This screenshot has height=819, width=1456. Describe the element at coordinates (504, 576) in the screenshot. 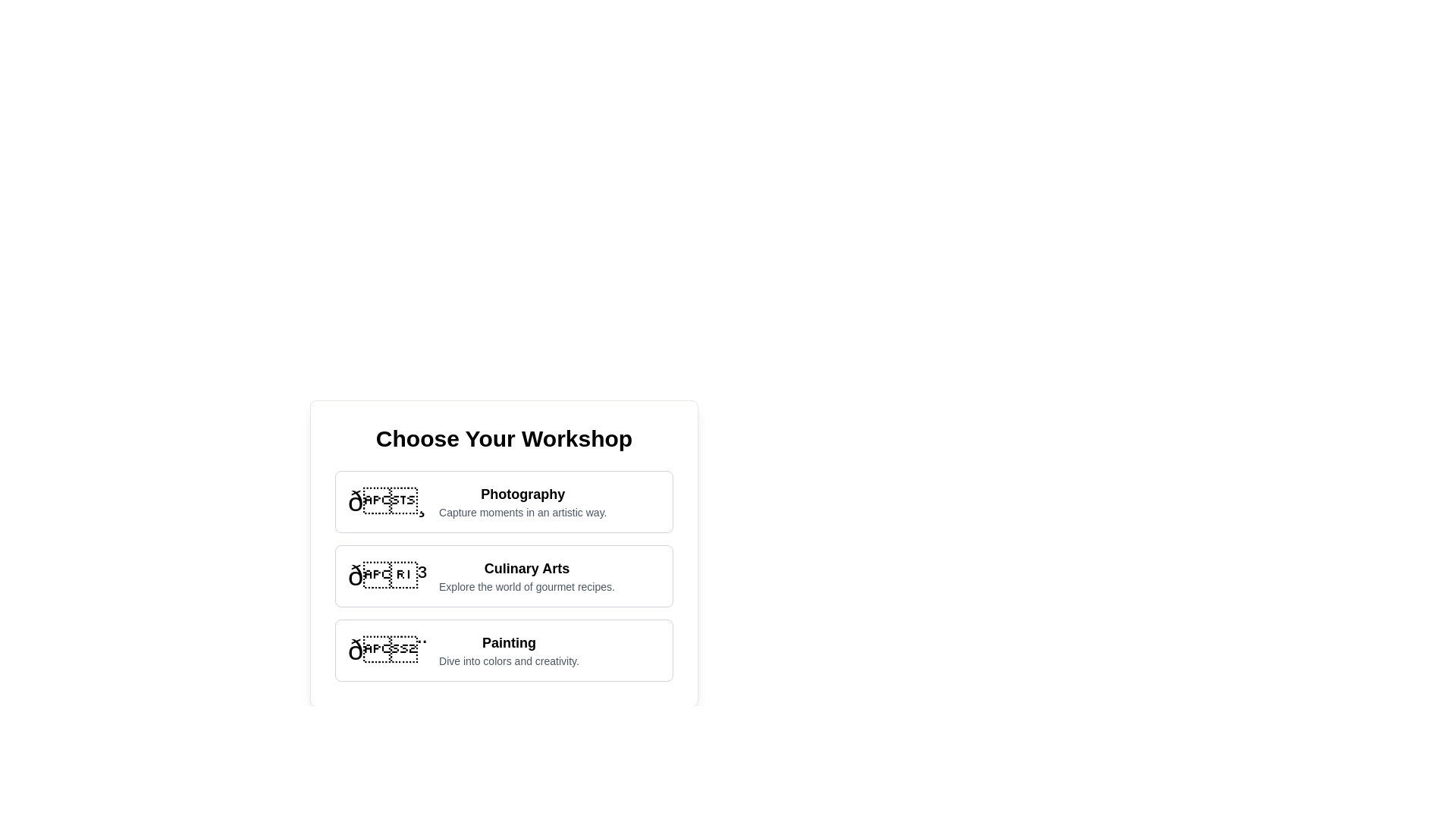

I see `the decorative and informational card-like item in the workshop selection menu, which is the second item in a vertical list below the 'Choose Your Workshop' heading` at that location.